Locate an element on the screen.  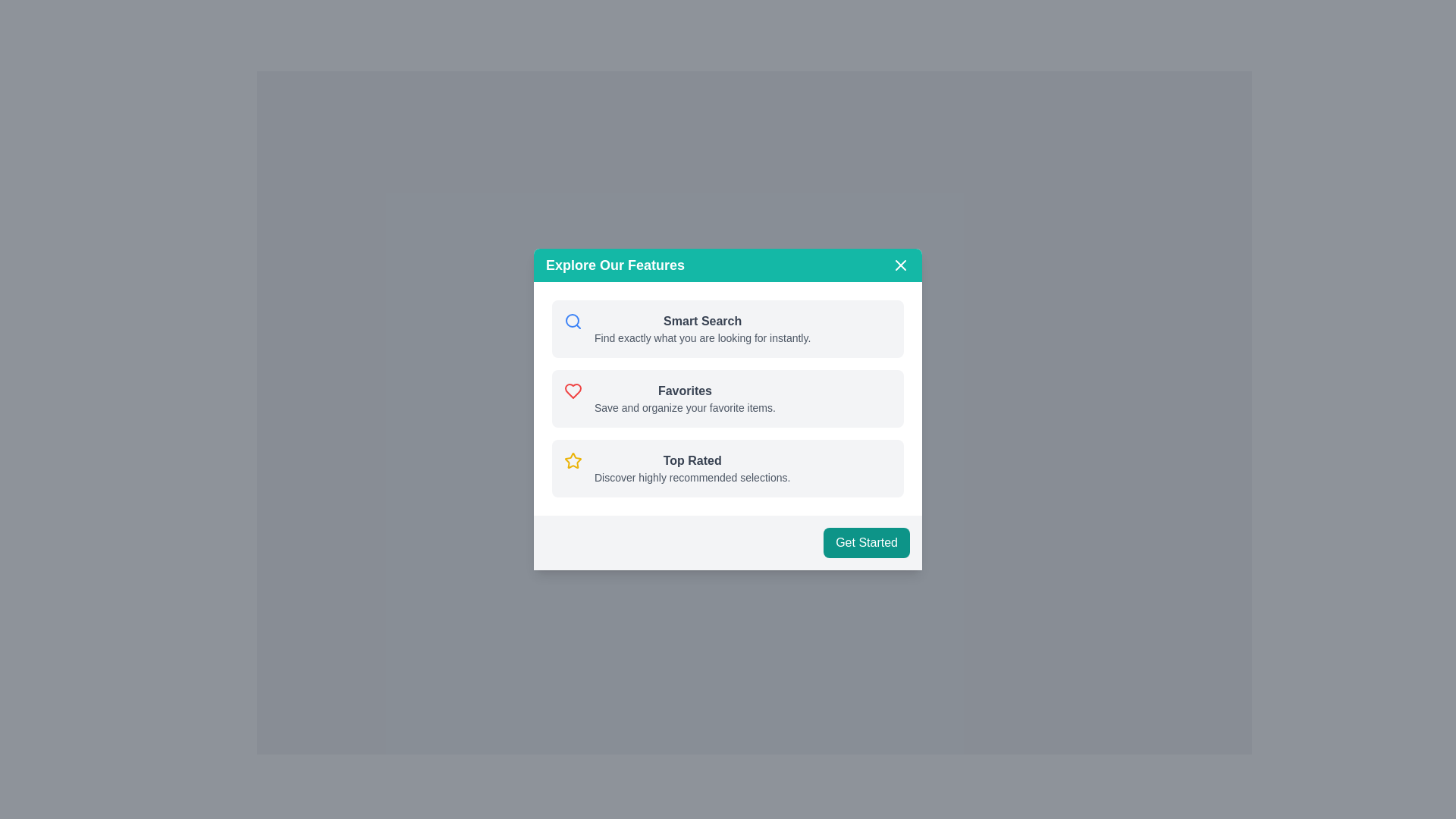
the 'Favorites' icon, which represents a feature allowing users is located at coordinates (572, 391).